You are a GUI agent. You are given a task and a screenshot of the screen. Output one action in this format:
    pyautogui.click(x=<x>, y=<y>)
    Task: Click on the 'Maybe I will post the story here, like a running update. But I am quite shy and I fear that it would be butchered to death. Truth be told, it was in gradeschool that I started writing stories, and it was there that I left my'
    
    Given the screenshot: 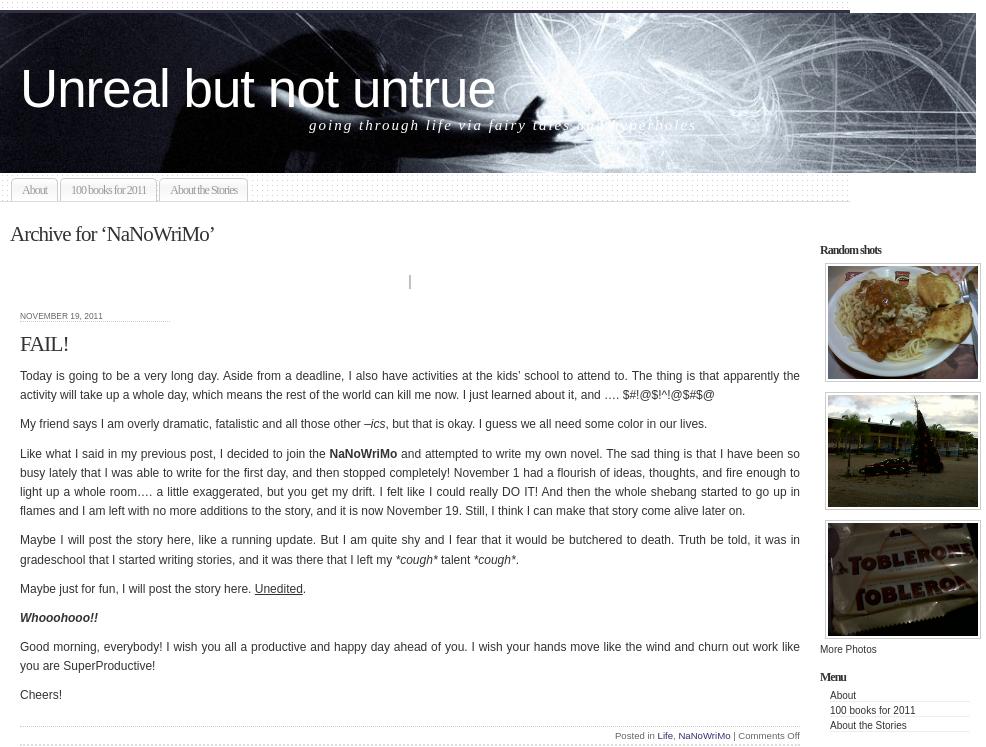 What is the action you would take?
    pyautogui.click(x=408, y=548)
    